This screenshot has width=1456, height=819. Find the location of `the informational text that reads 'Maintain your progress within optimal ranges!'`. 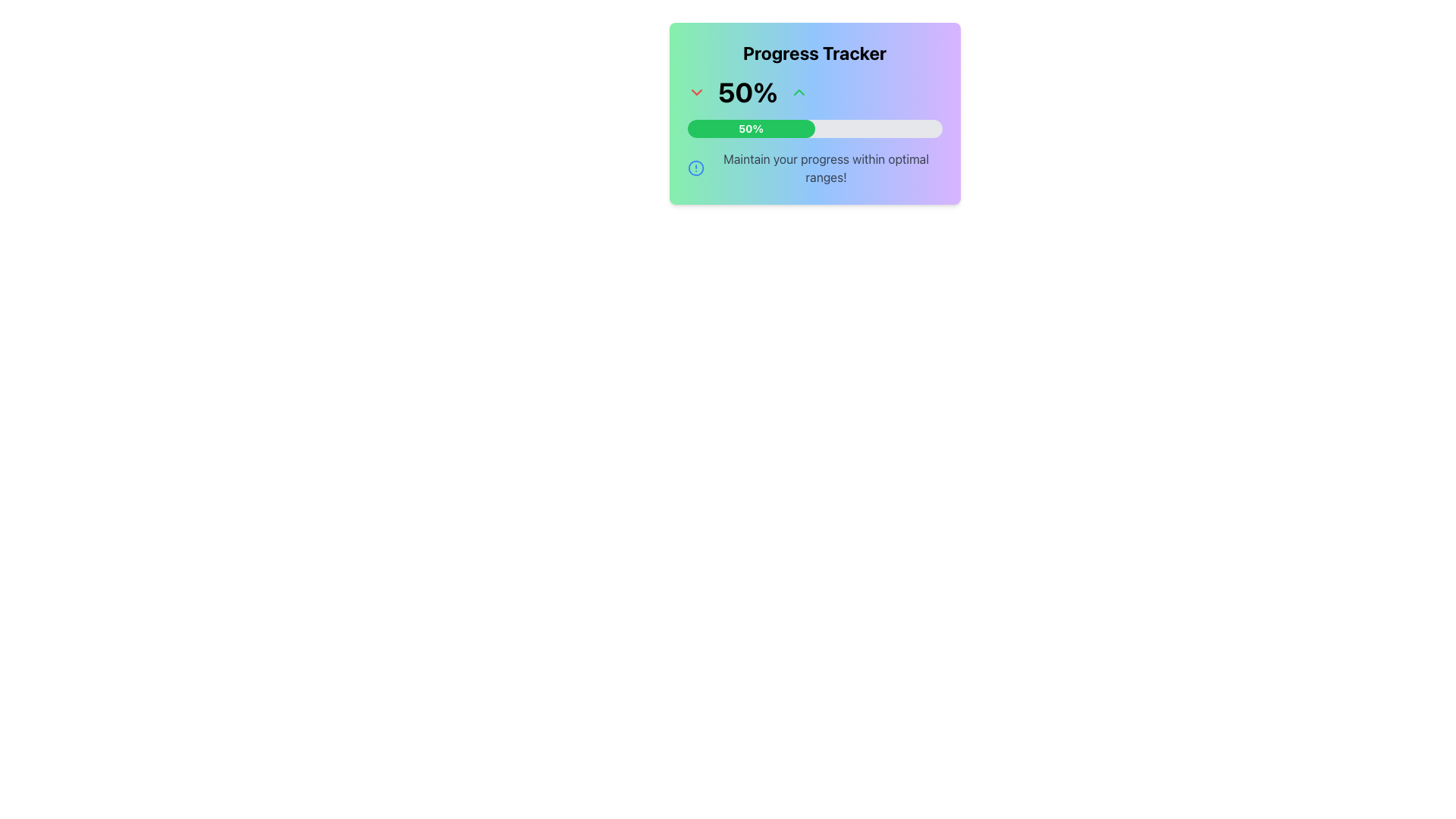

the informational text that reads 'Maintain your progress within optimal ranges!' is located at coordinates (814, 168).